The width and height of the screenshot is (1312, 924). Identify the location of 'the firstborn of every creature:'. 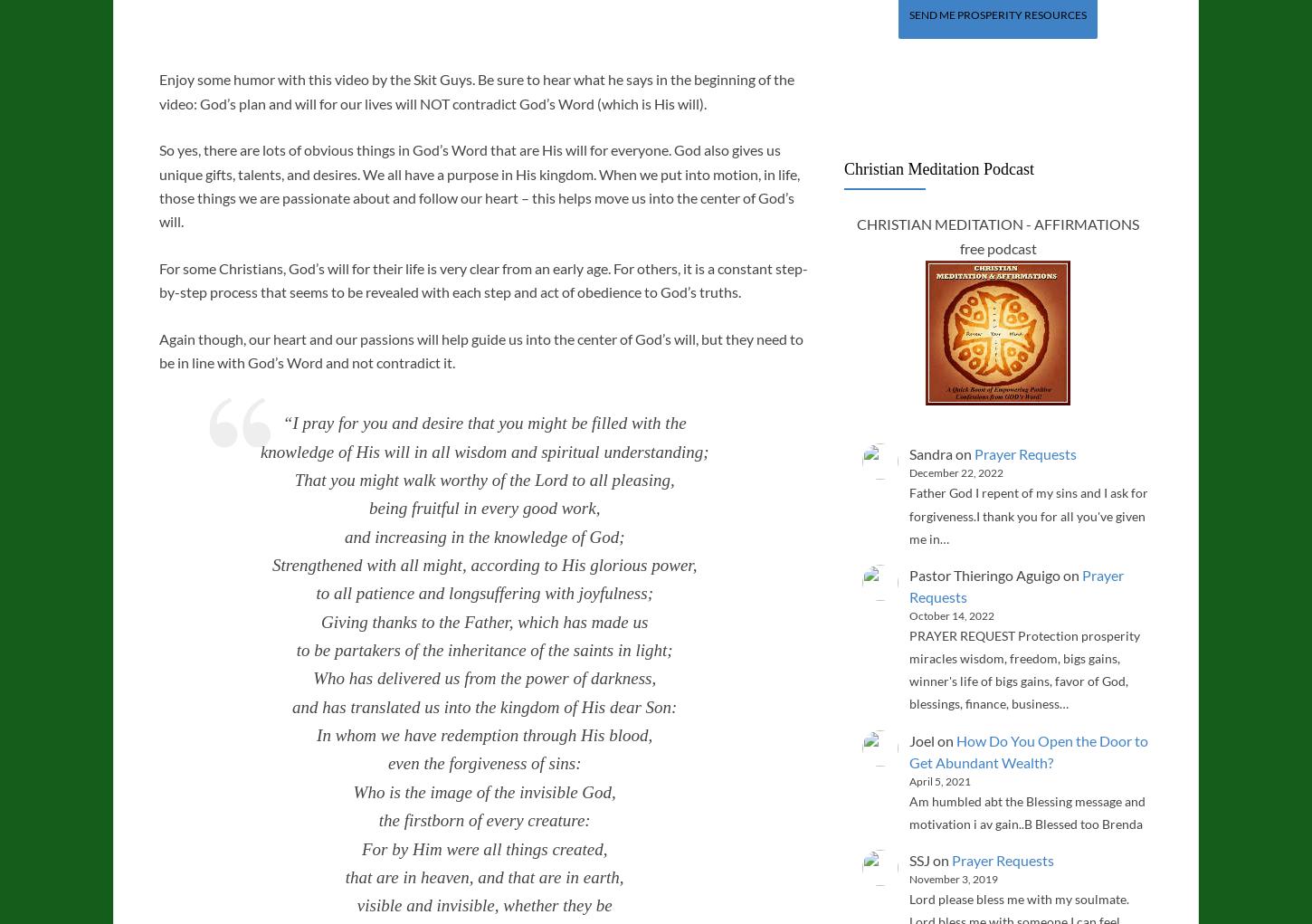
(484, 820).